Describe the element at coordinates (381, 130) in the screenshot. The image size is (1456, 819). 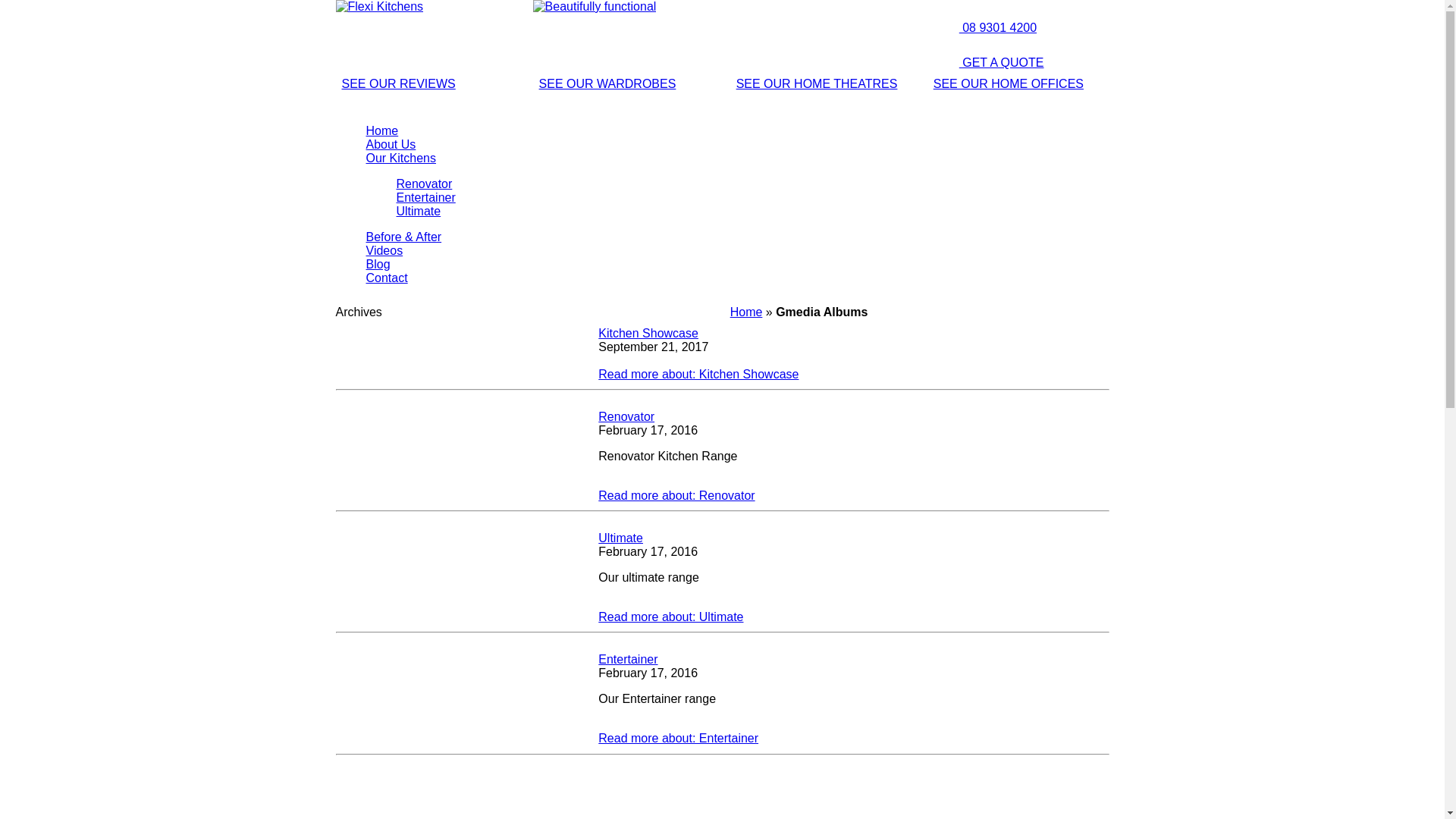
I see `'Home'` at that location.